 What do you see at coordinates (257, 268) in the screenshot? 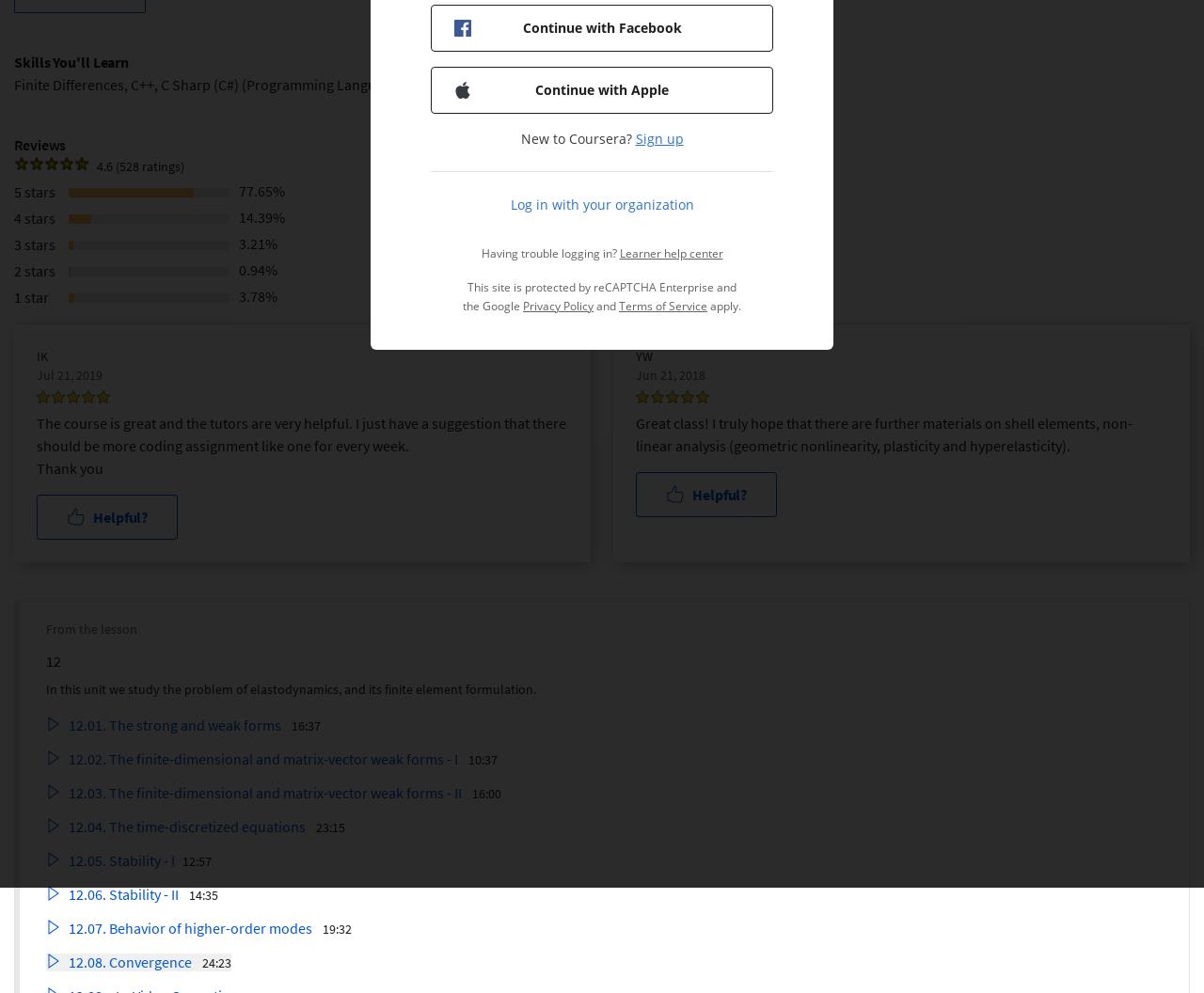
I see `'0.94%'` at bounding box center [257, 268].